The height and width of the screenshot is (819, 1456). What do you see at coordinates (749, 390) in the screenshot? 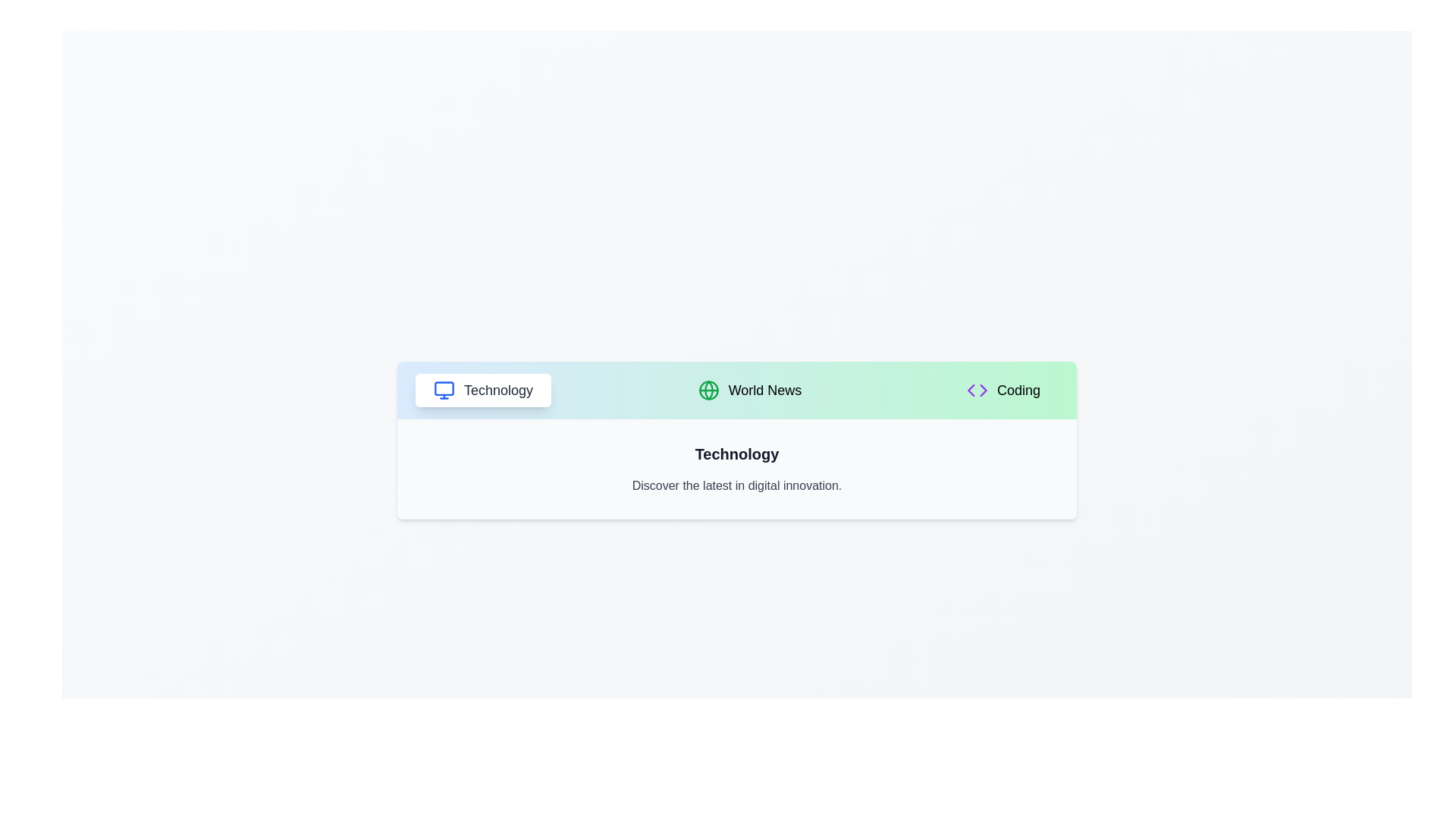
I see `the tab labeled World News to inspect its icon and label` at bounding box center [749, 390].